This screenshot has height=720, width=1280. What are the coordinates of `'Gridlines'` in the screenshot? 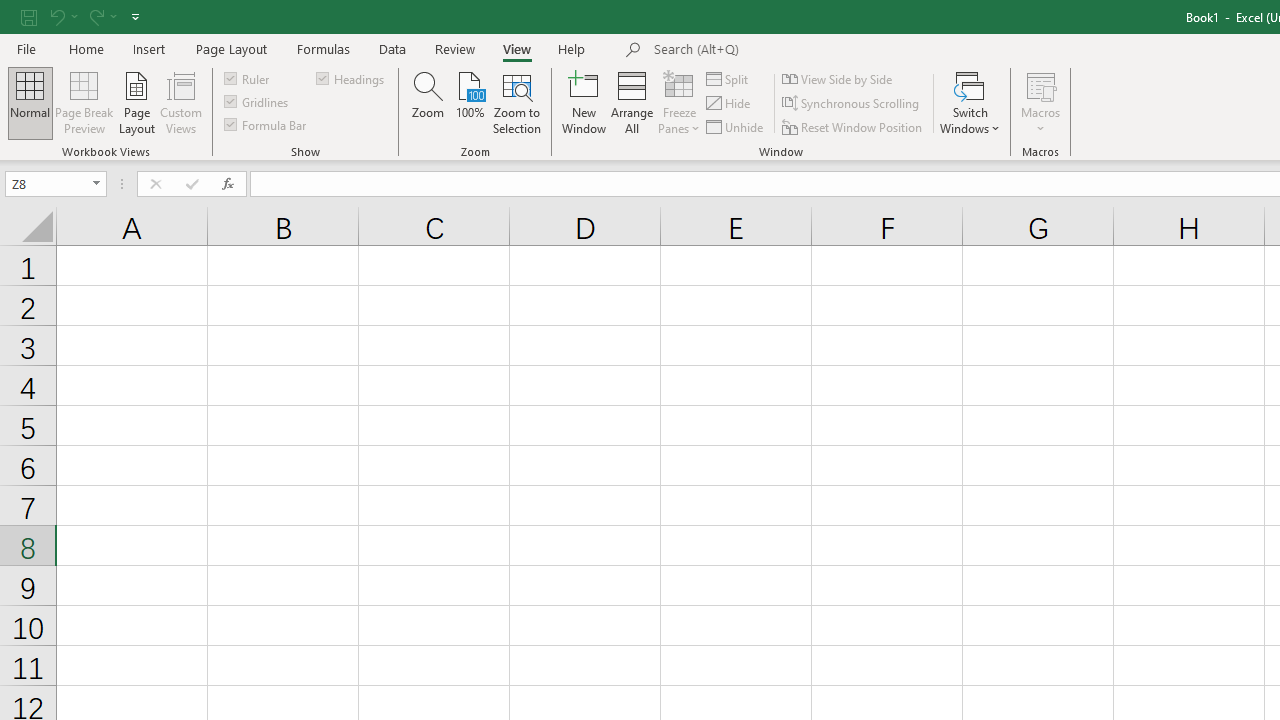 It's located at (256, 101).